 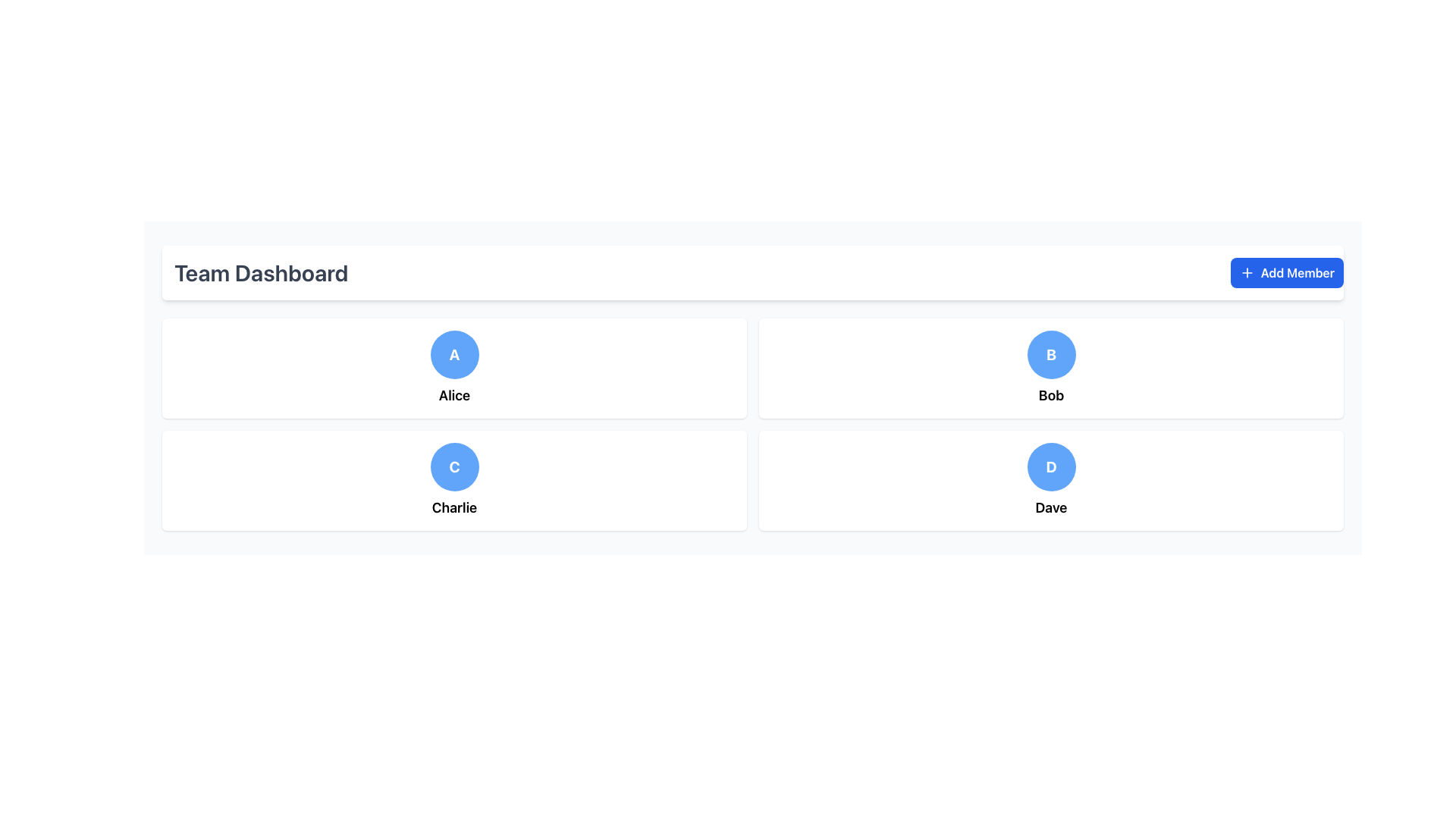 I want to click on text label displaying 'Alice', which is styled in bold and positioned below the blue circular icon labeled 'A', so click(x=453, y=394).